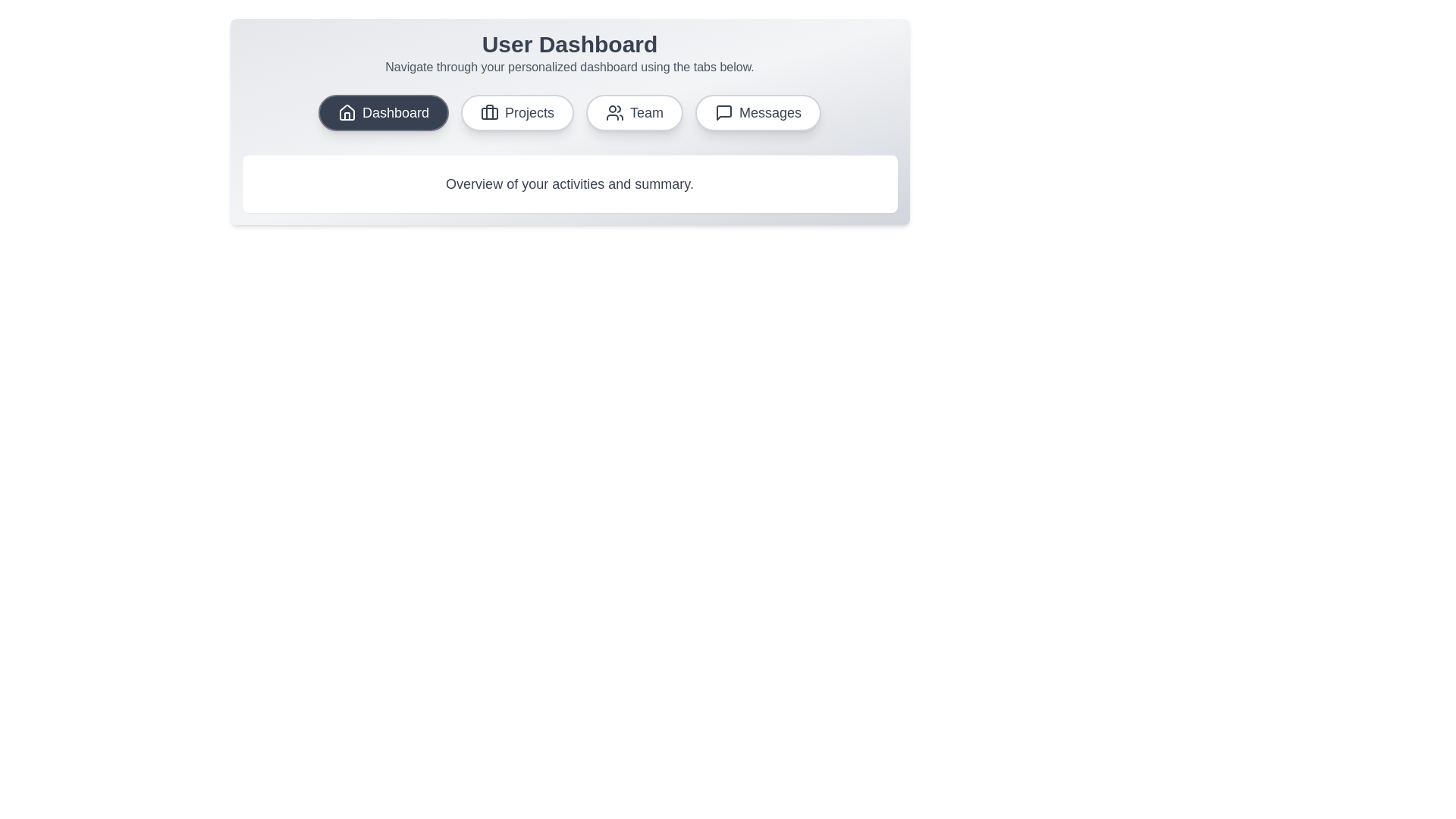  I want to click on the tab corresponding to Messages, so click(758, 112).